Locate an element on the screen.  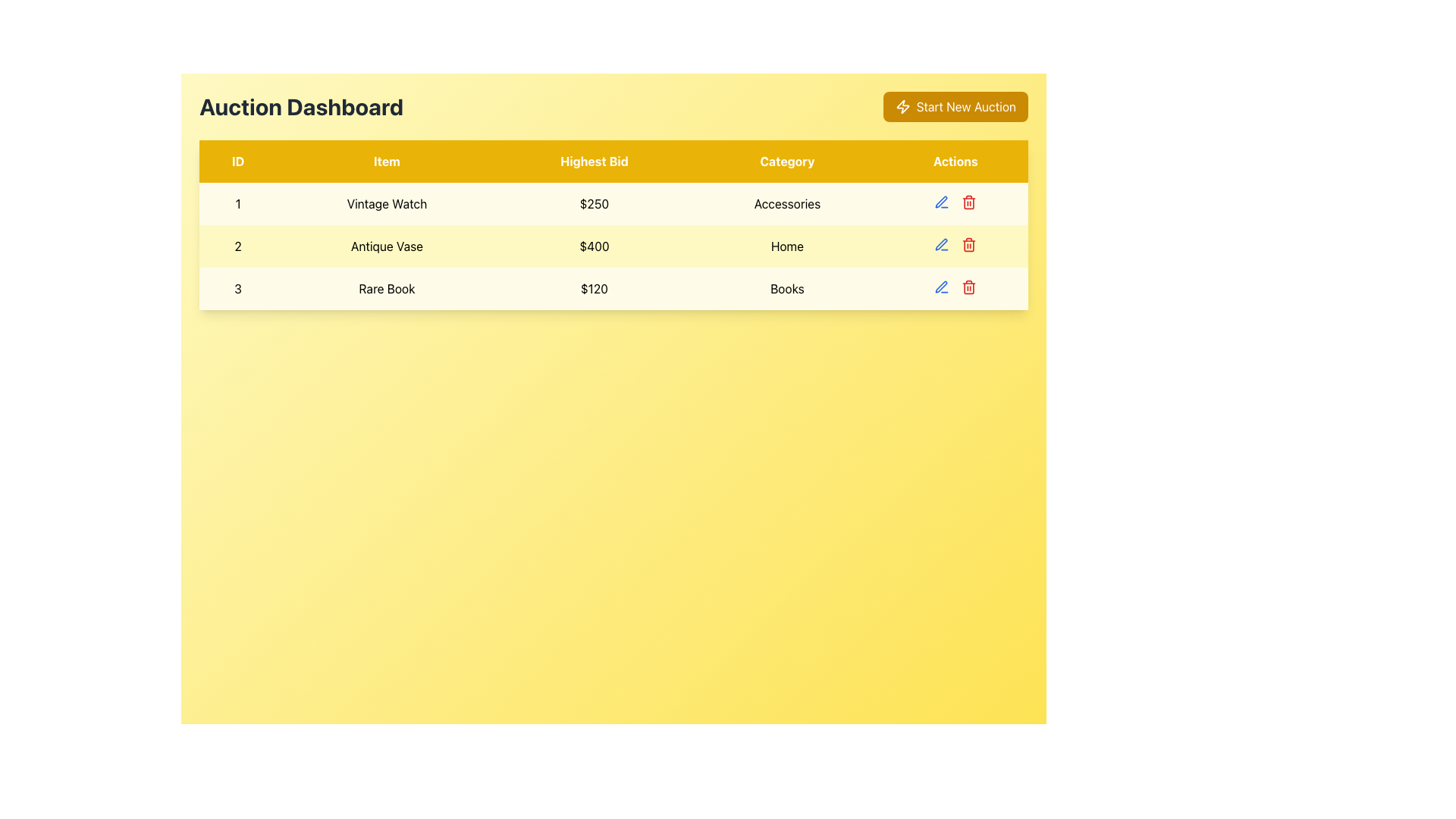
the red trashcan-shaped icon in the 'Actions' column of the third row is located at coordinates (968, 287).